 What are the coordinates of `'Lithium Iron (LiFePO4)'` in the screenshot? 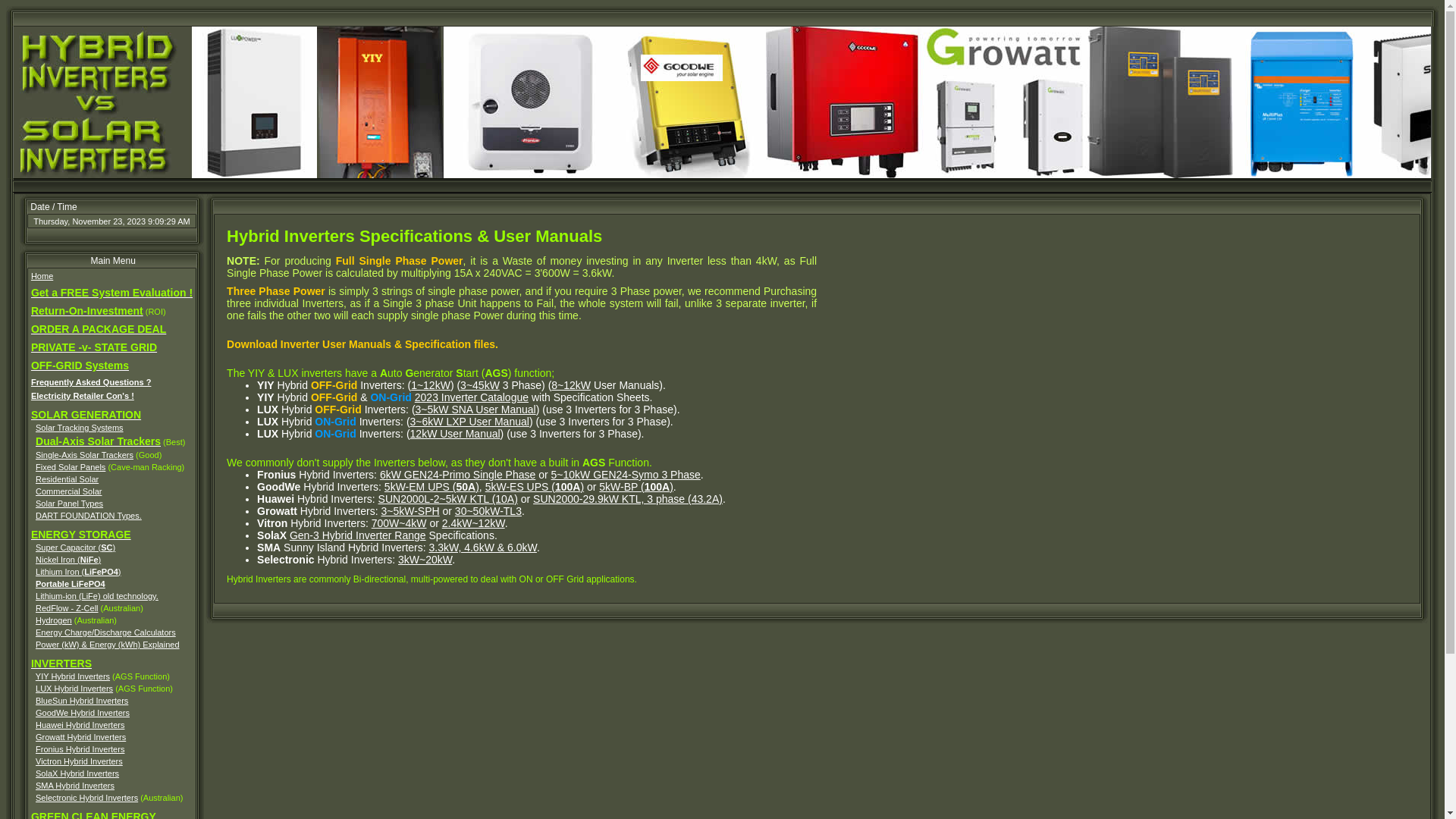 It's located at (77, 571).